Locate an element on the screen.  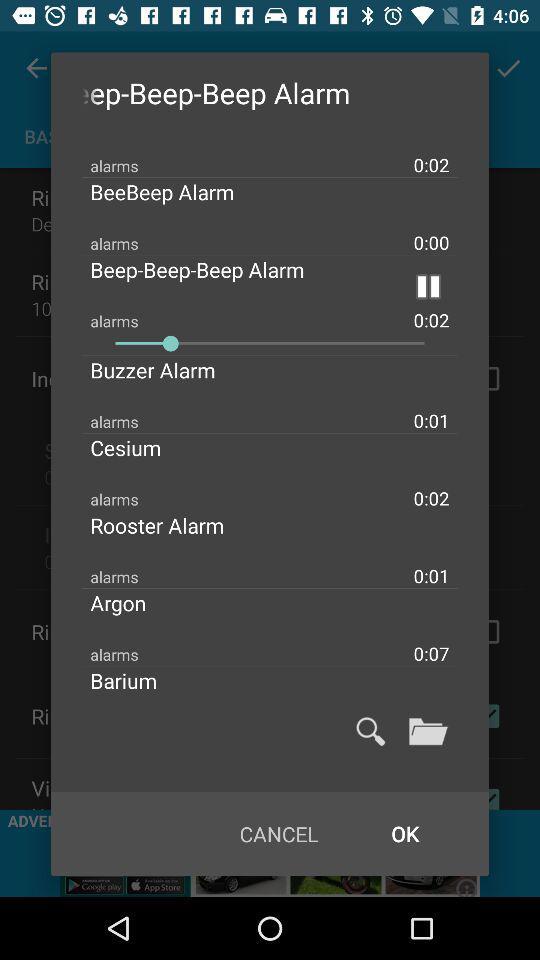
click button to pause alarm is located at coordinates (427, 285).